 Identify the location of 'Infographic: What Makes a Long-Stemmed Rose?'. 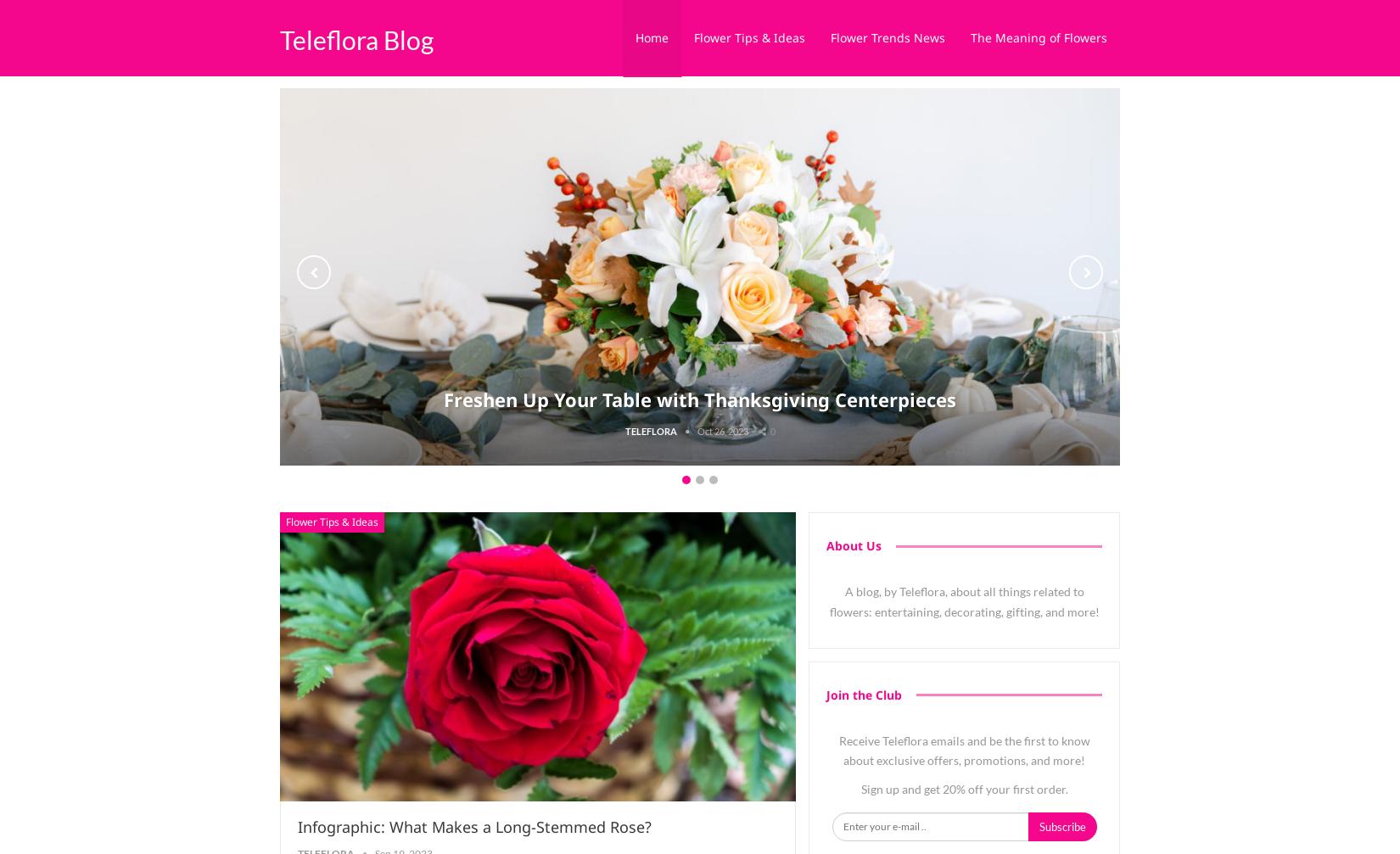
(473, 824).